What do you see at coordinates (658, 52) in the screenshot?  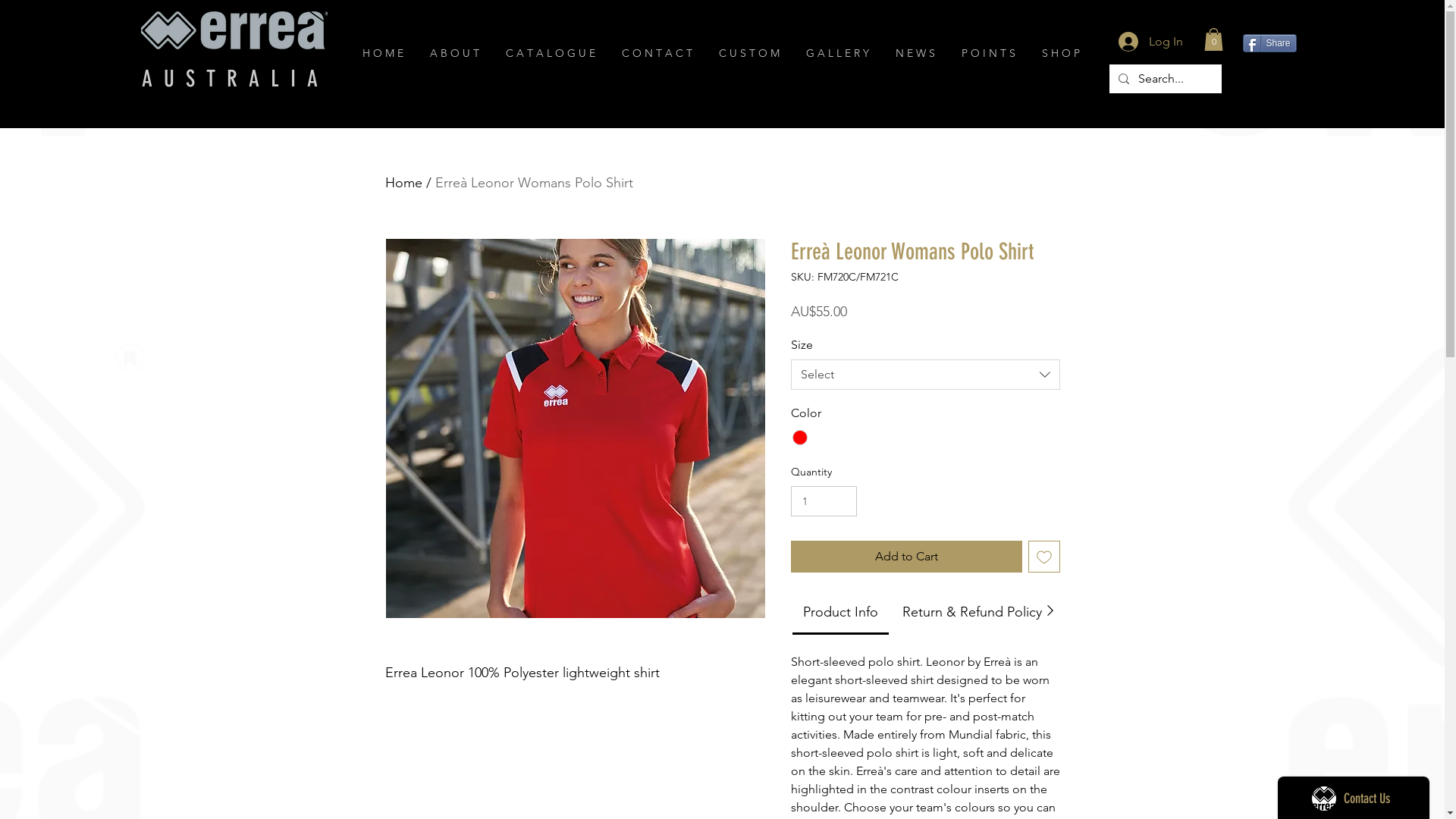 I see `'C O N T A C T'` at bounding box center [658, 52].